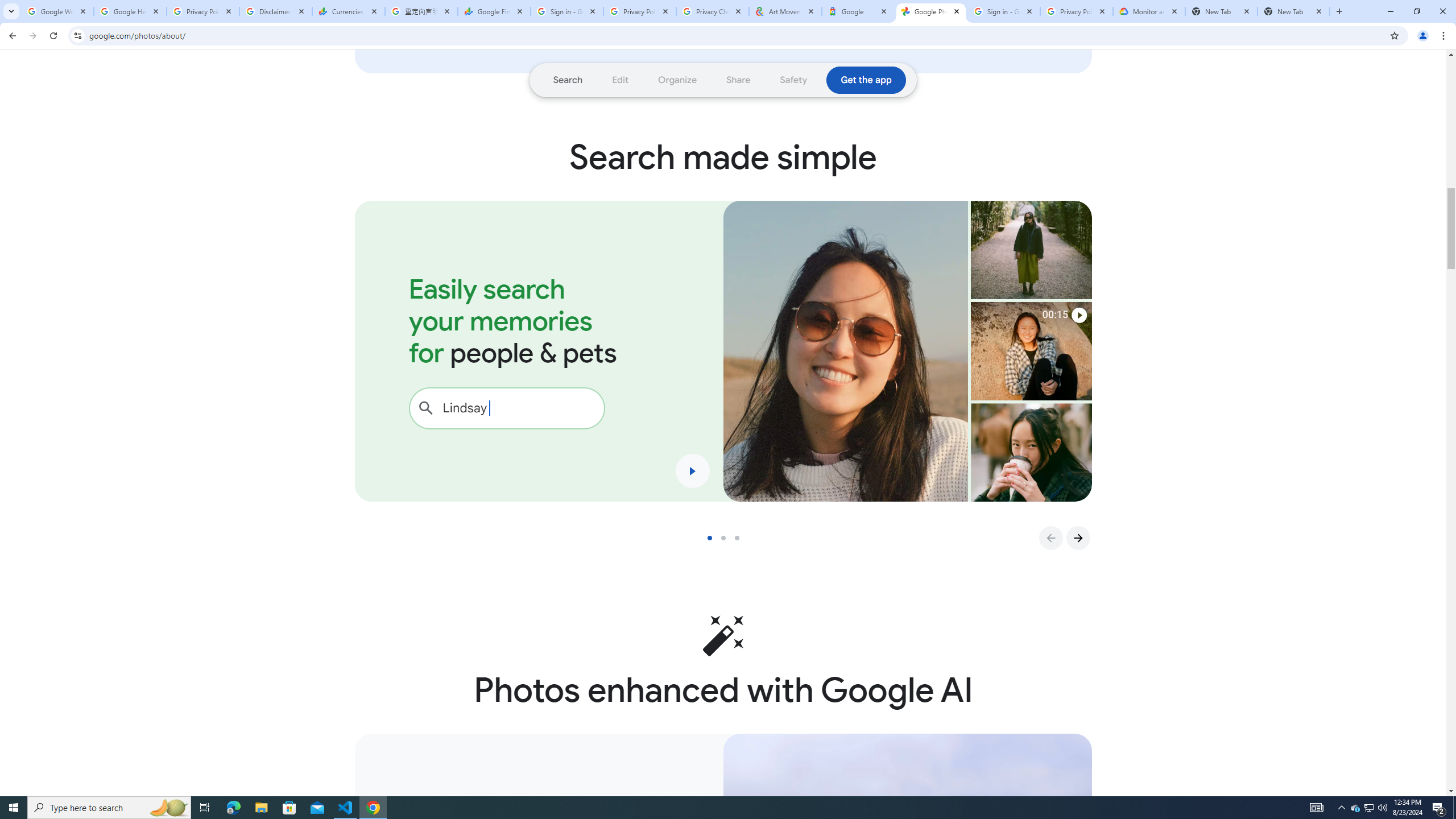 The width and height of the screenshot is (1456, 819). I want to click on 'New Tab', so click(1221, 11).